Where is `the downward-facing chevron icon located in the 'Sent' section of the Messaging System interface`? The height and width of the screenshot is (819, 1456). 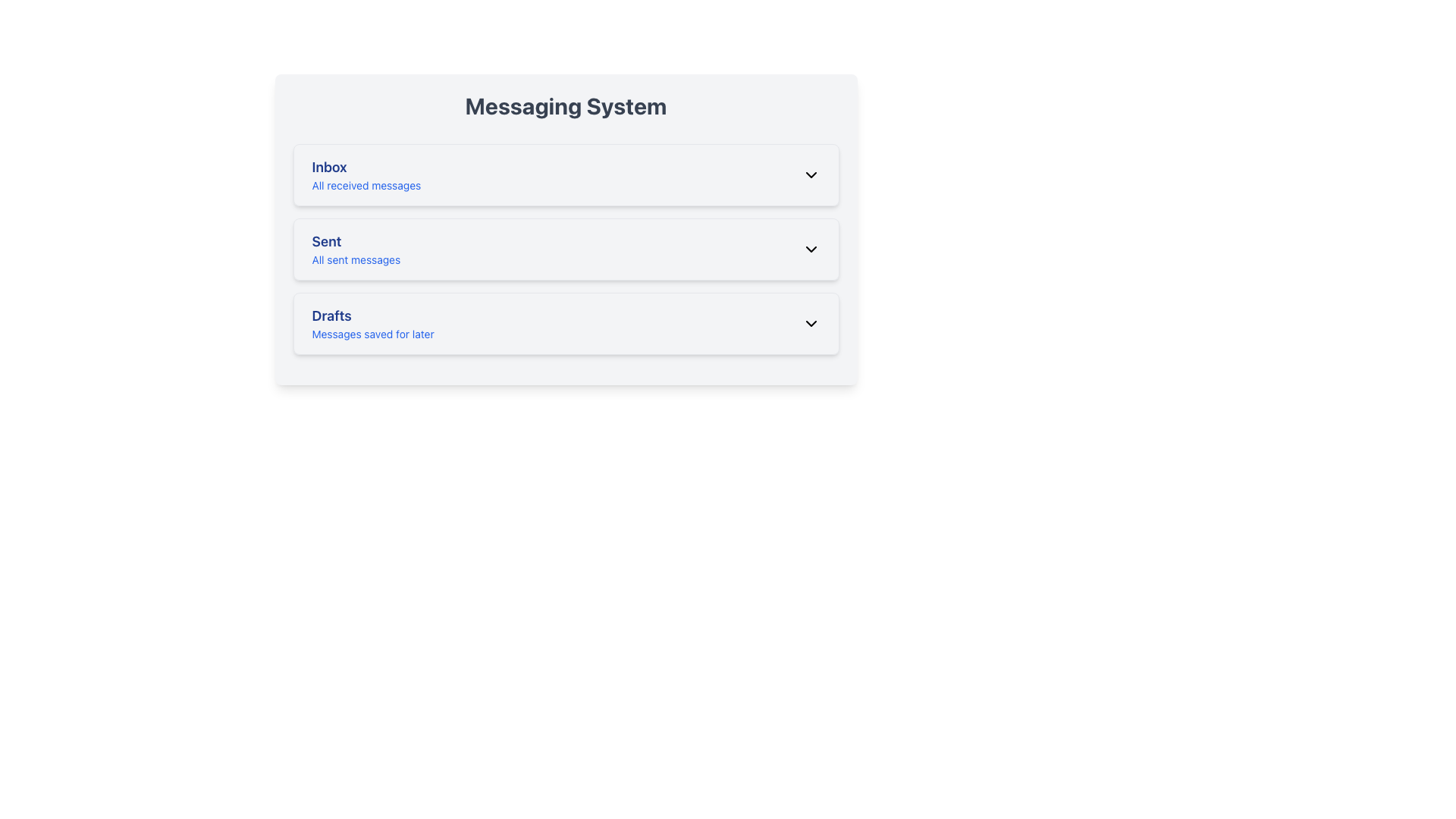 the downward-facing chevron icon located in the 'Sent' section of the Messaging System interface is located at coordinates (810, 248).